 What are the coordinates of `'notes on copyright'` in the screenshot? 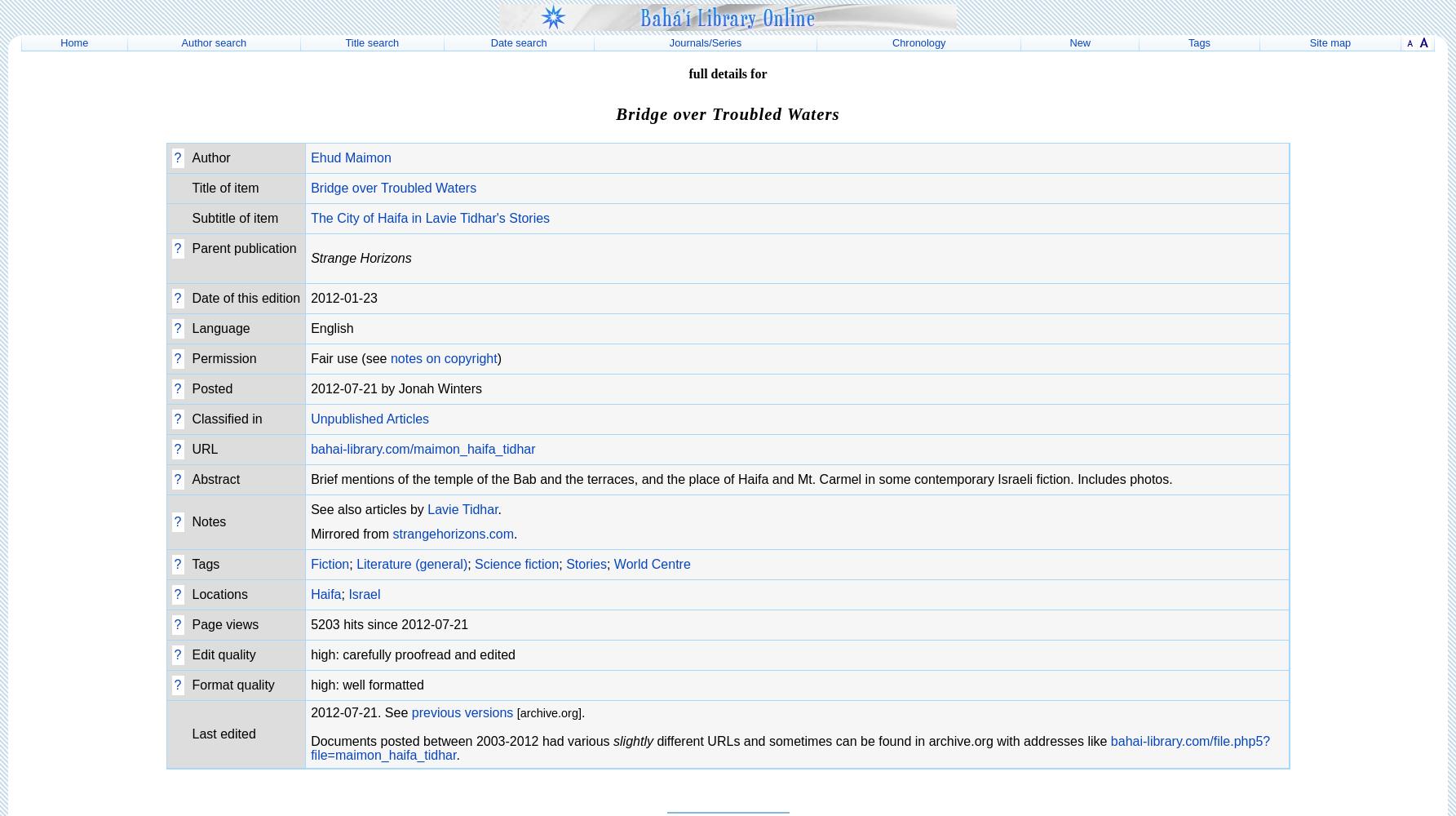 It's located at (443, 357).